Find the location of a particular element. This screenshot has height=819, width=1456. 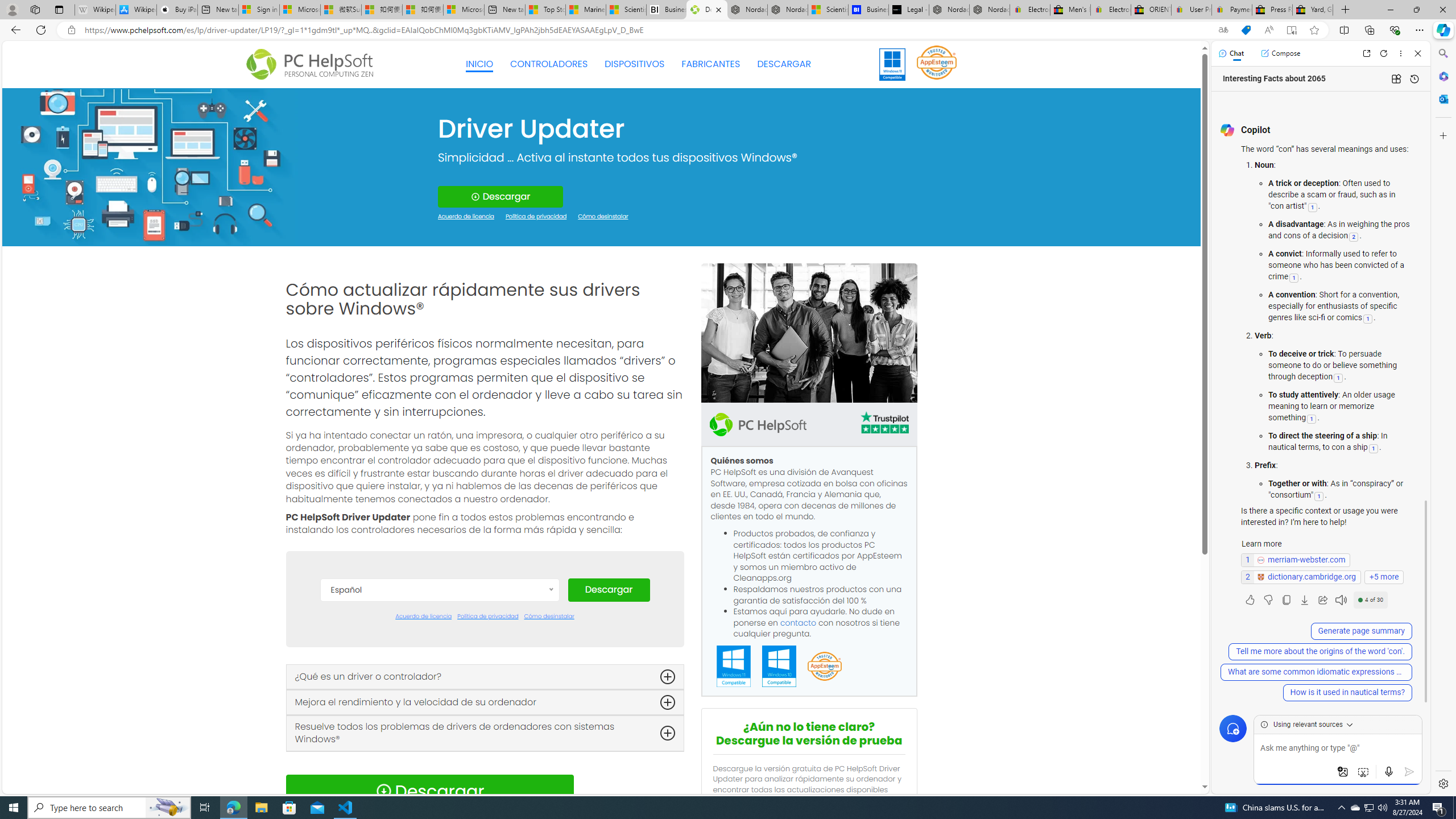

'Logo Personal Computing' is located at coordinates (313, 64).